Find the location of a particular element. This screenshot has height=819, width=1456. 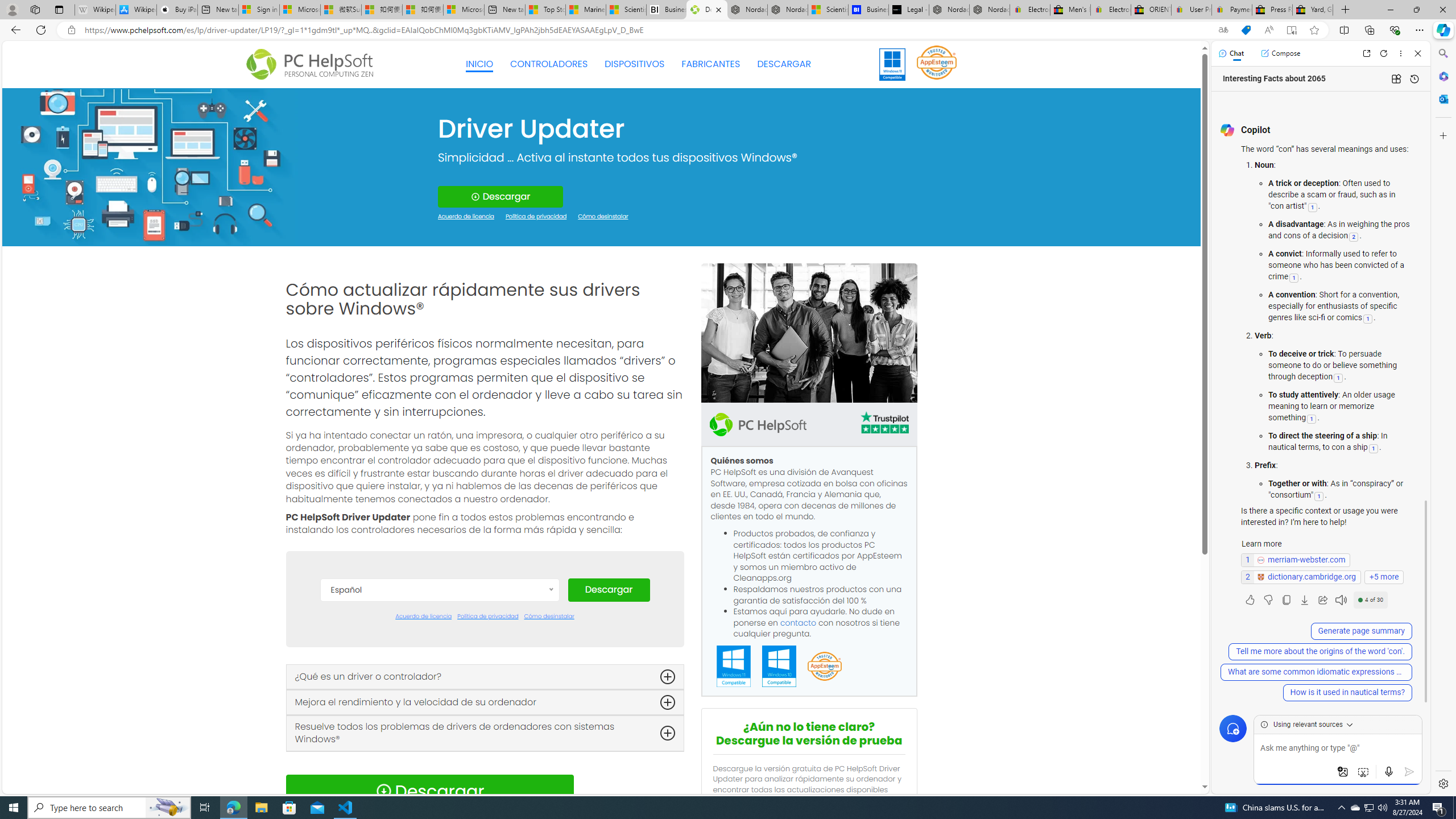

'Logo Personal Computing' is located at coordinates (313, 64).